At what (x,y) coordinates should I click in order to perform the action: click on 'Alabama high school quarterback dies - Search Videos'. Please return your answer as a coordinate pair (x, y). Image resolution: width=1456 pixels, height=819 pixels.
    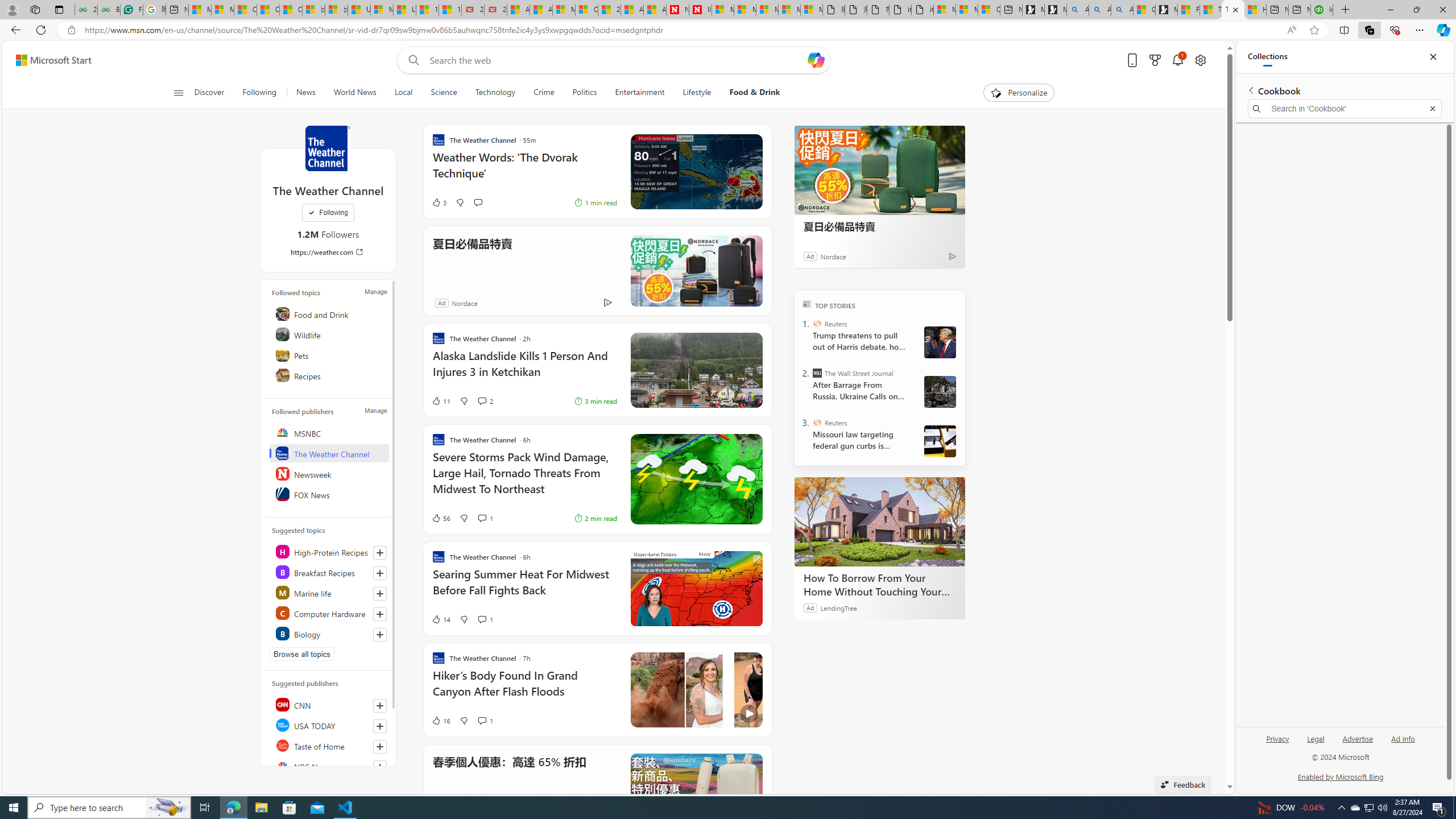
    Looking at the image, I should click on (1122, 9).